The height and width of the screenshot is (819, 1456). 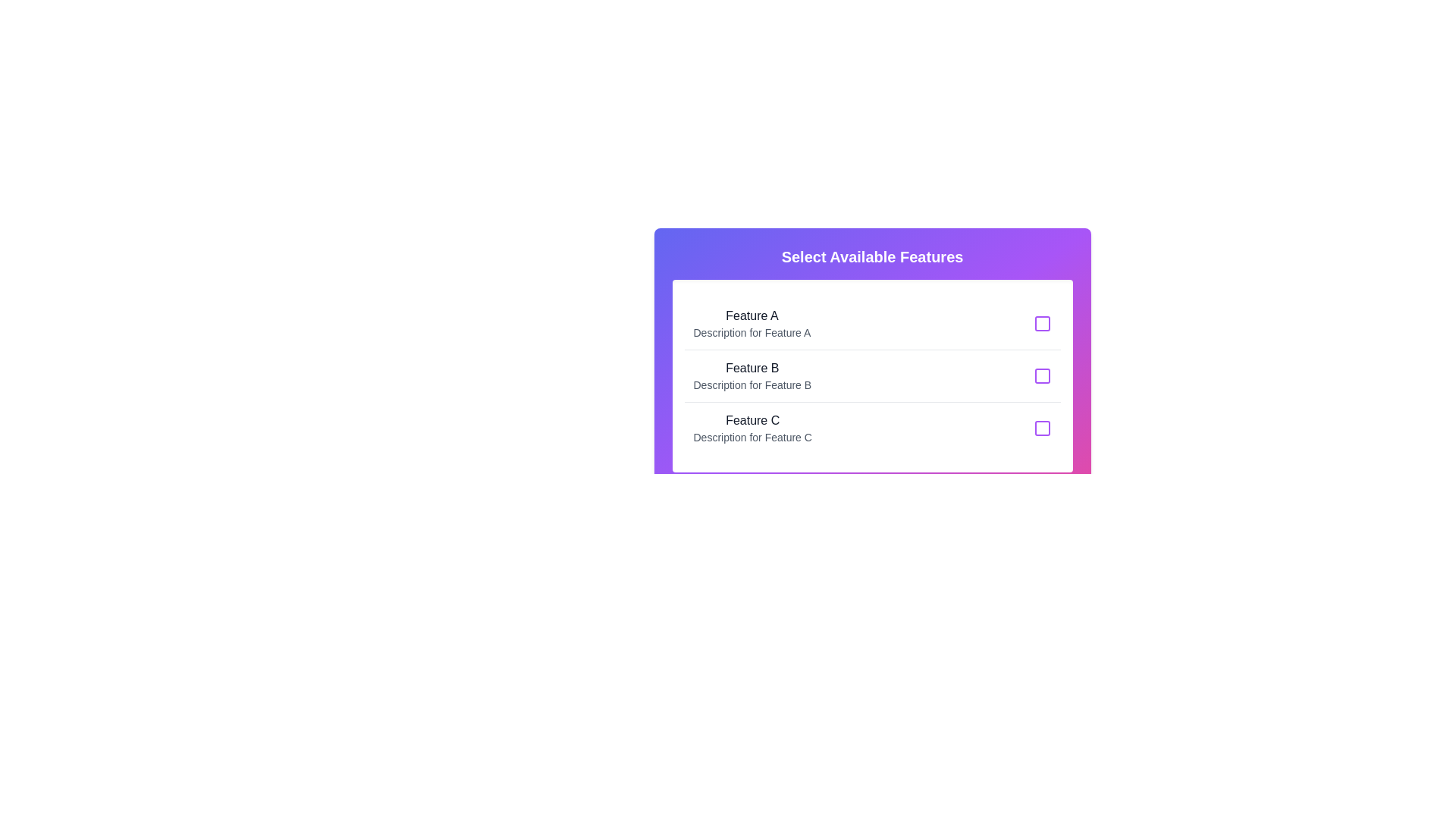 I want to click on the text element displaying 'Description for Feature B', which is located below the bold header 'Feature B' in the vertical list of selectable features, so click(x=752, y=384).